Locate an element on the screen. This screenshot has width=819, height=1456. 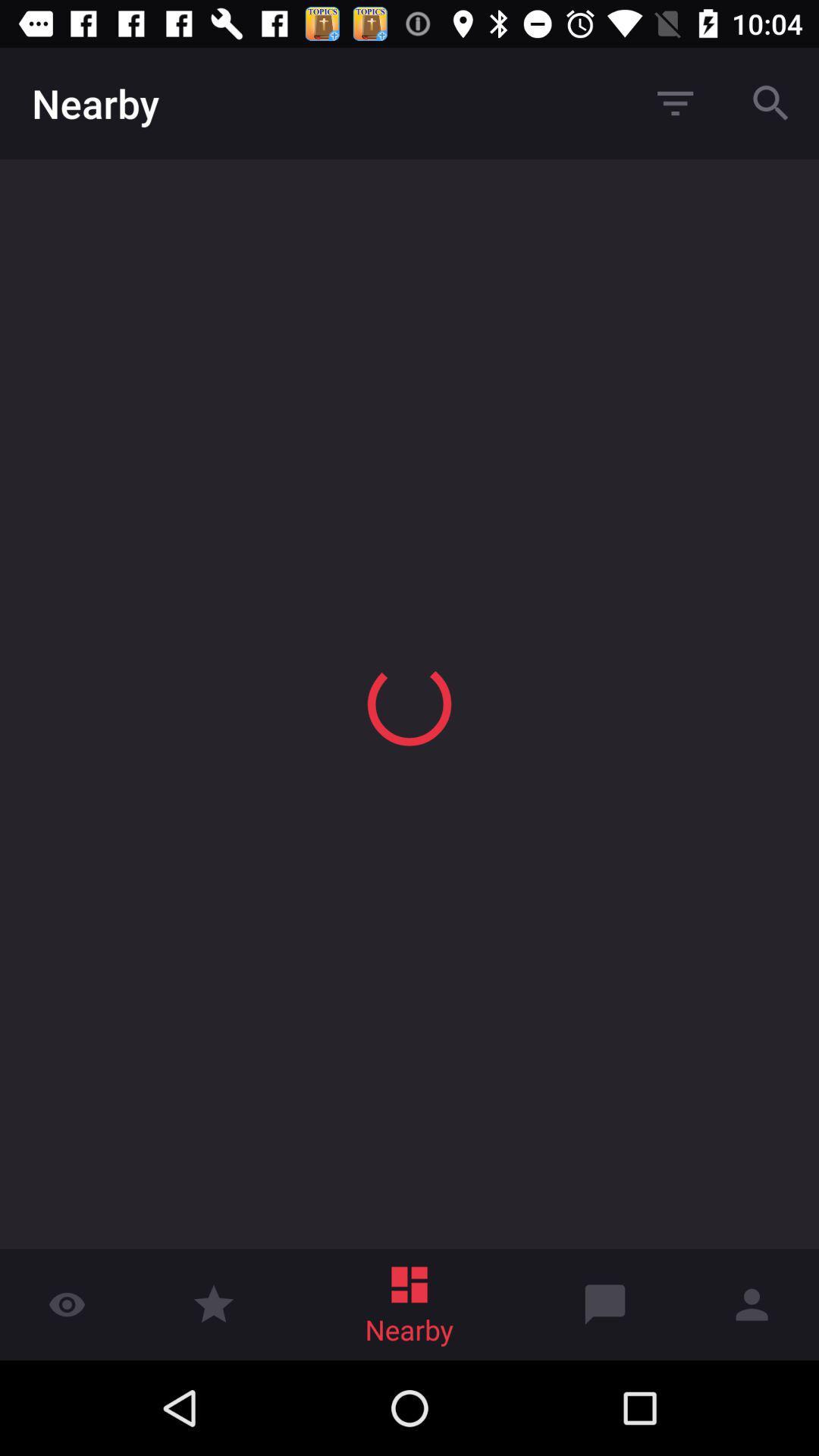
the first button next to nearby at top of the page is located at coordinates (675, 103).